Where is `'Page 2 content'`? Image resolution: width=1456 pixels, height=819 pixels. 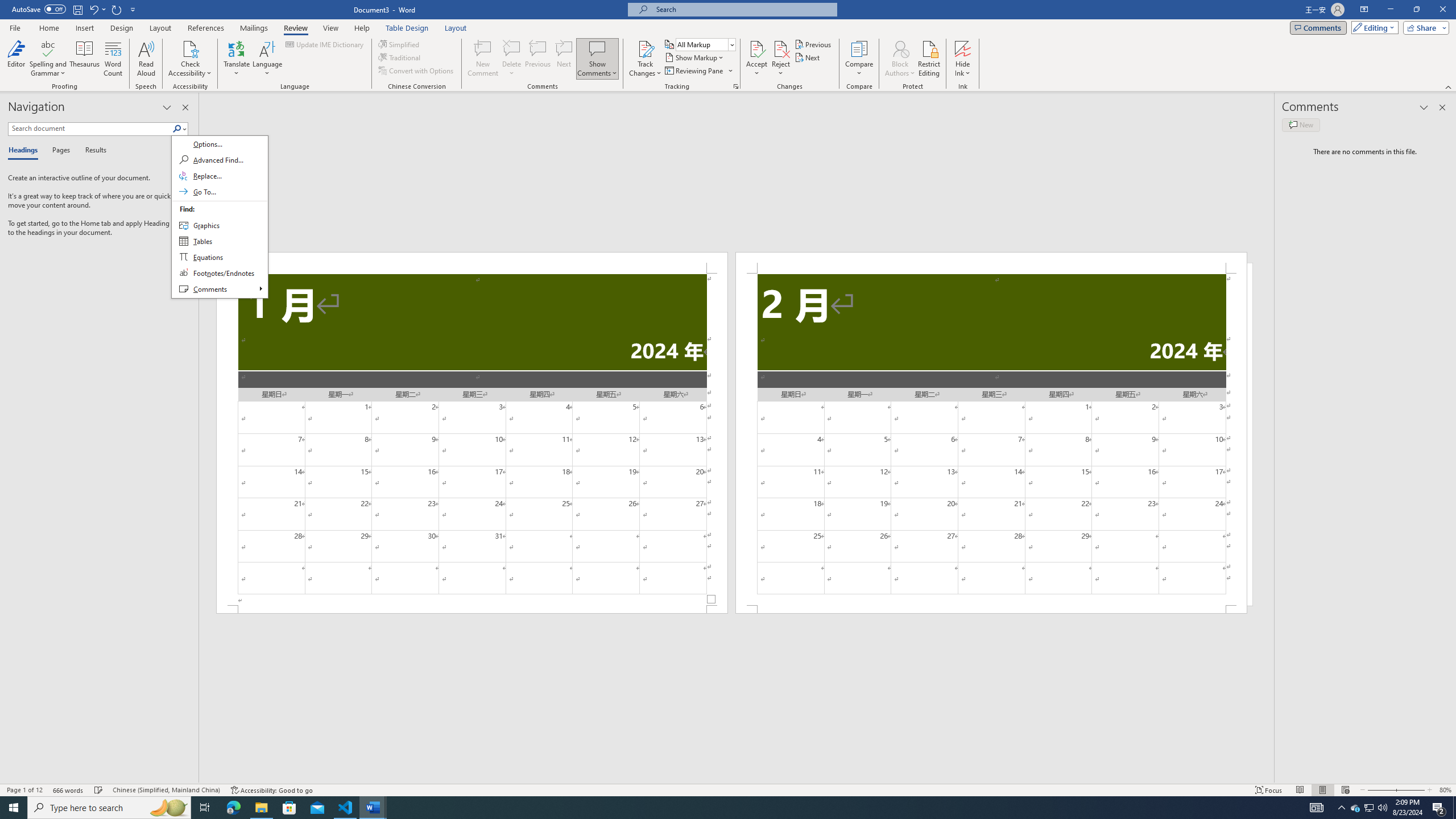
'Page 2 content' is located at coordinates (991, 440).